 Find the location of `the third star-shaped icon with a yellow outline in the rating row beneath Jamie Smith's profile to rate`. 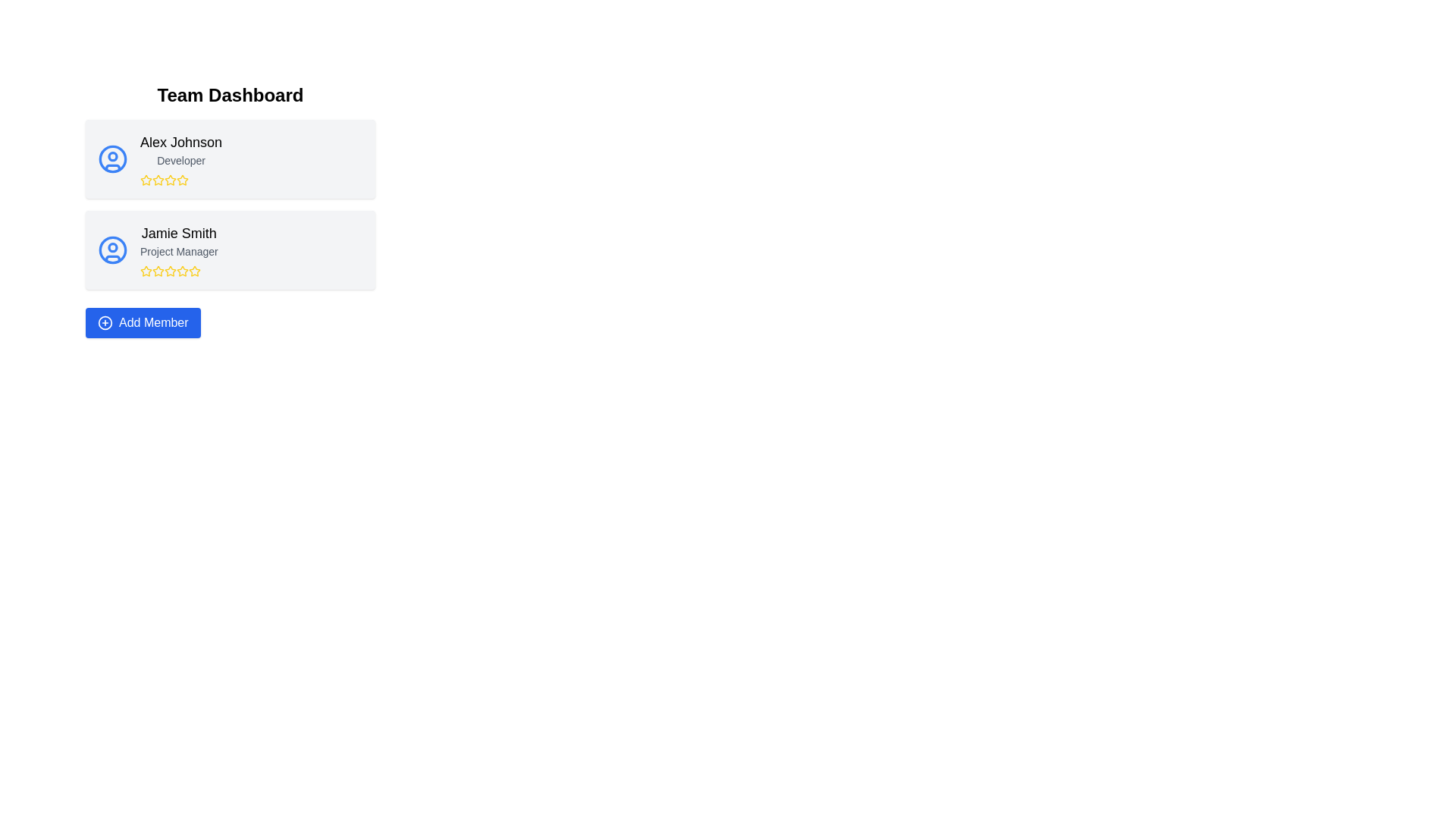

the third star-shaped icon with a yellow outline in the rating row beneath Jamie Smith's profile to rate is located at coordinates (182, 270).